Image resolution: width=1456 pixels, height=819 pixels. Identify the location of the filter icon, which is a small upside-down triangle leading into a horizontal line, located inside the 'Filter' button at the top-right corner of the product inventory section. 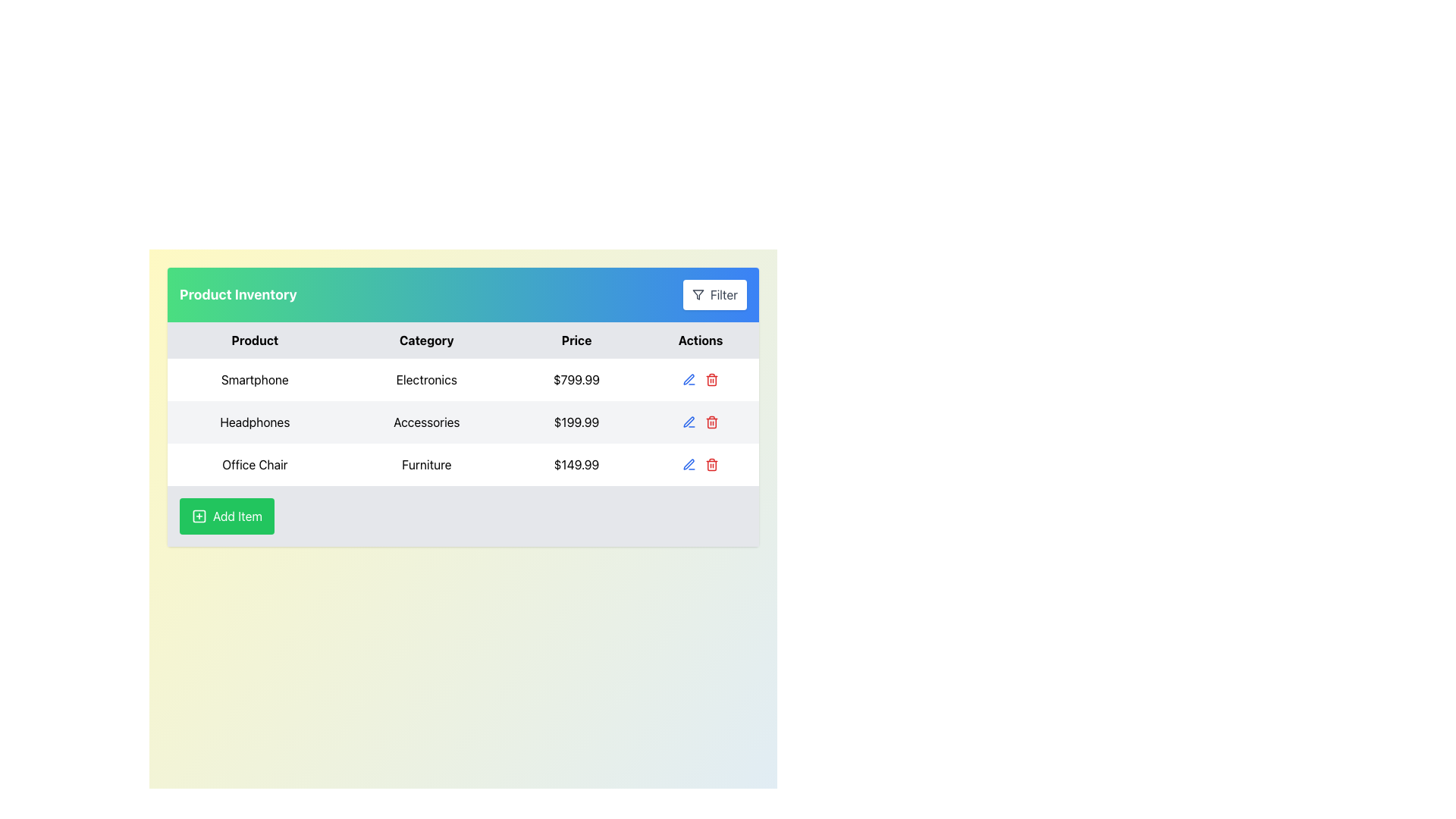
(697, 295).